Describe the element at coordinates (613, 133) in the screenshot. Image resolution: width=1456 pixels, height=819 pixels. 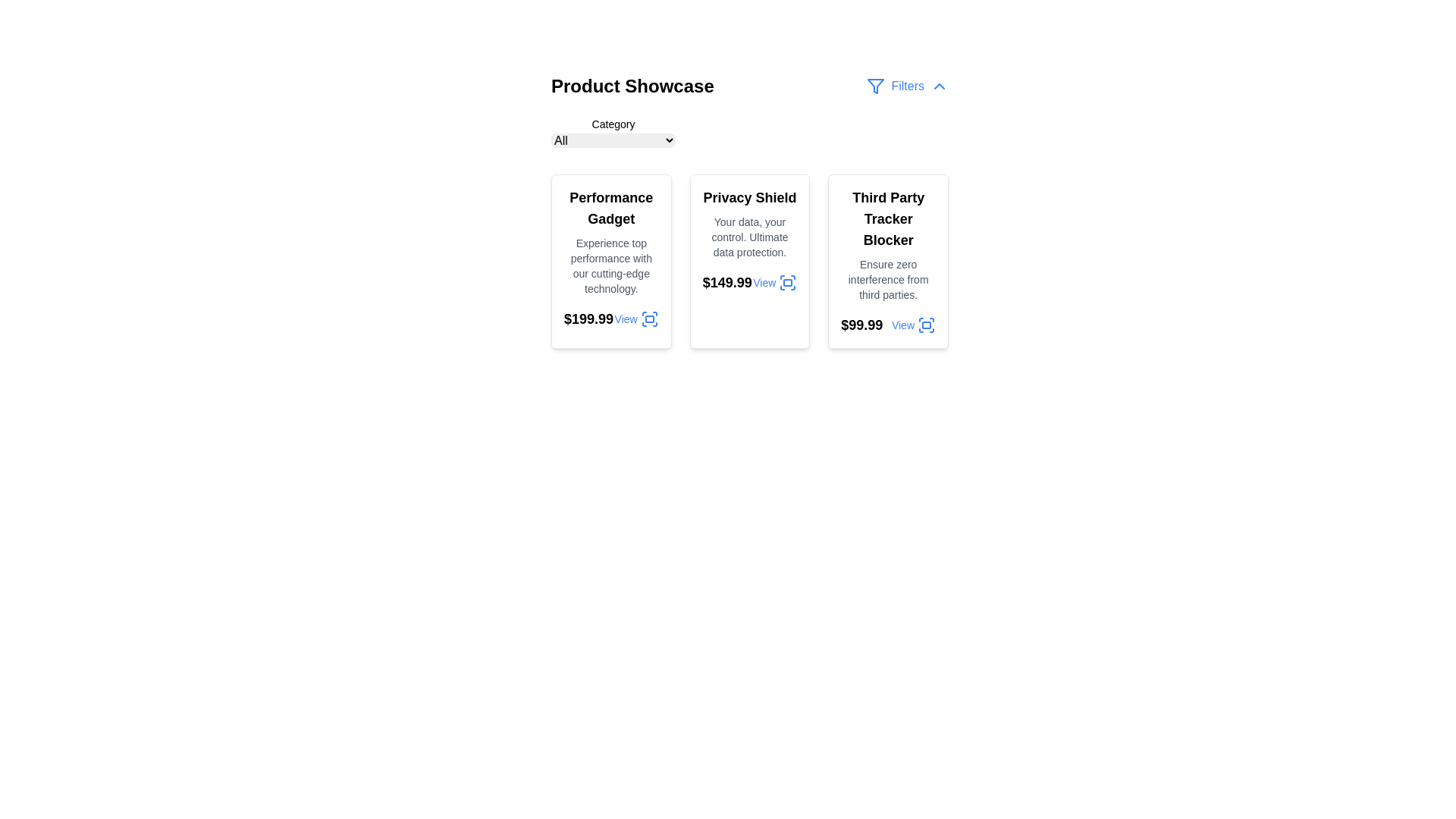
I see `an option from the dropdown menu labeled 'Category' which currently displays 'All' as the selected option` at that location.